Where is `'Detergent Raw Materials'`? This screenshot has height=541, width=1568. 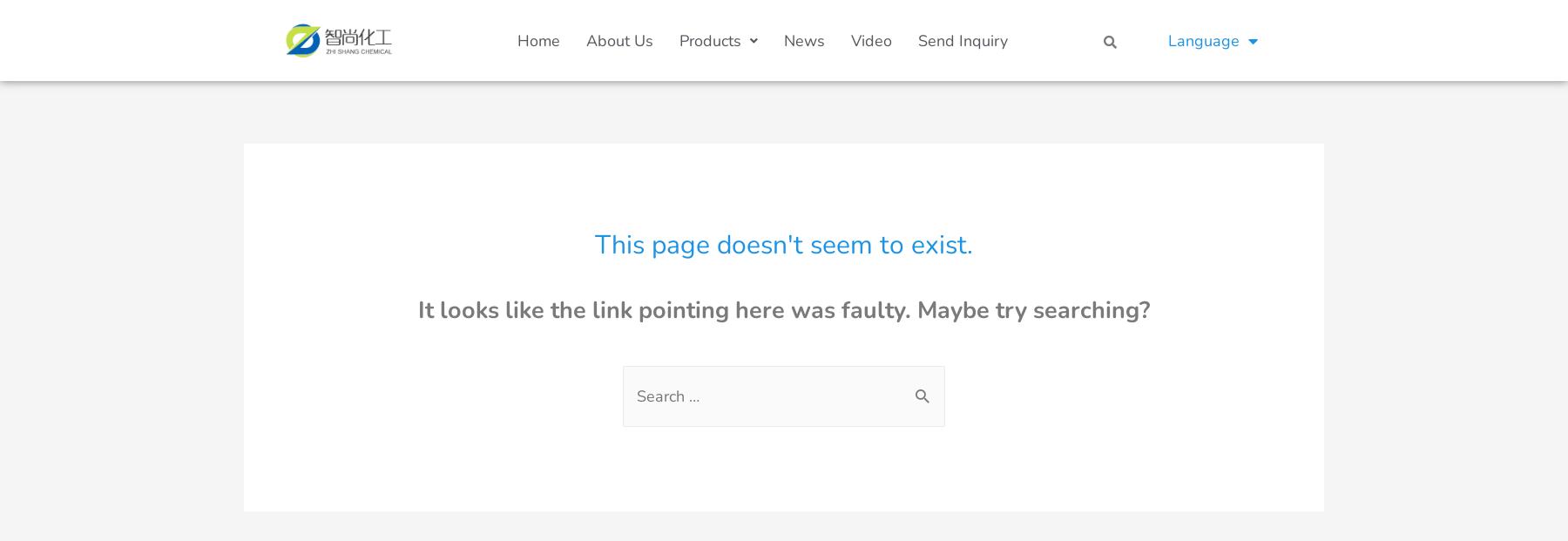 'Detergent Raw Materials' is located at coordinates (945, 456).